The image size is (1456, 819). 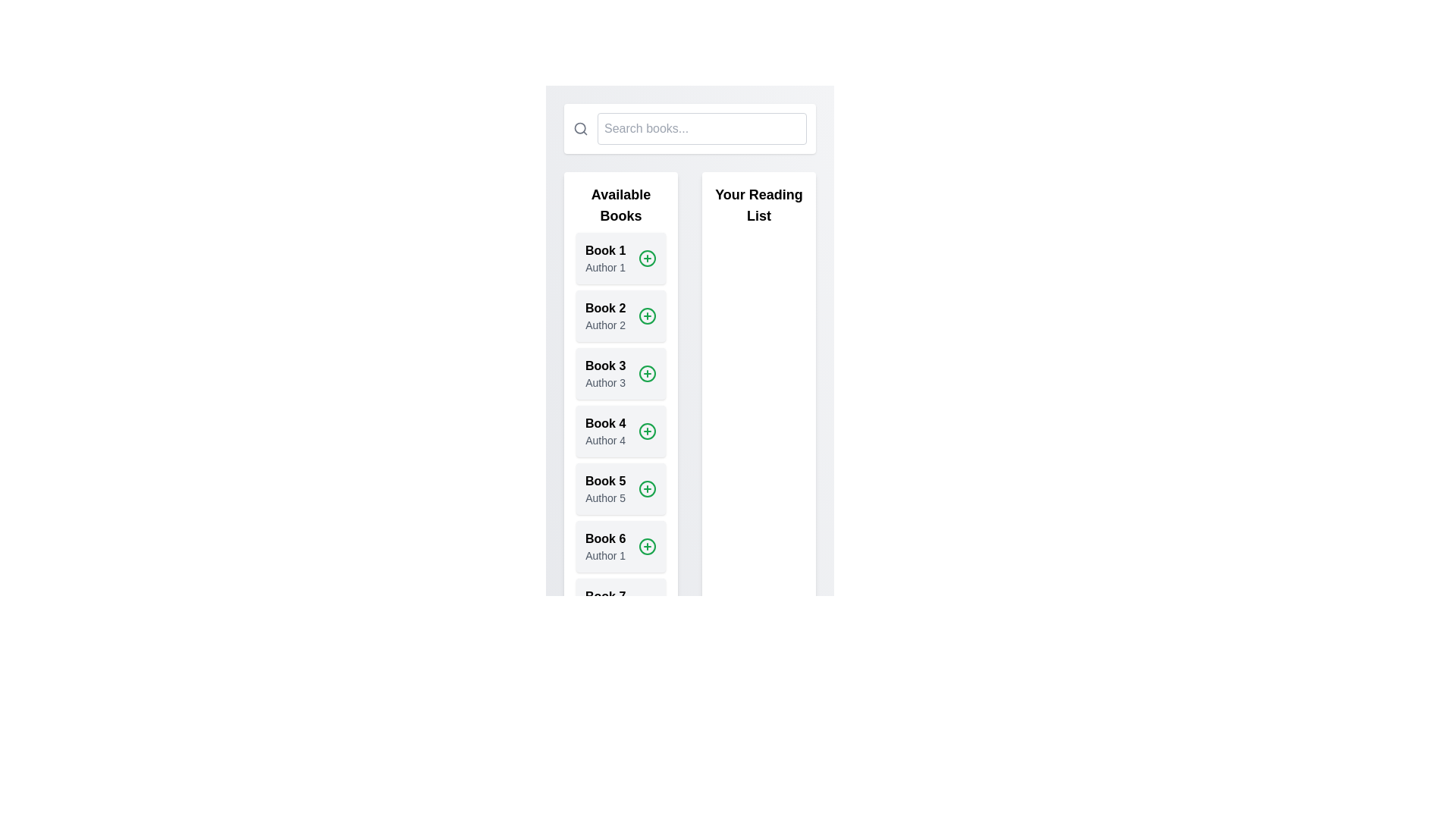 I want to click on the text label indicating the author of the book titled 'Book 1' located beneath the bold text 'Book 1' in the 'Available Books' section, so click(x=604, y=267).